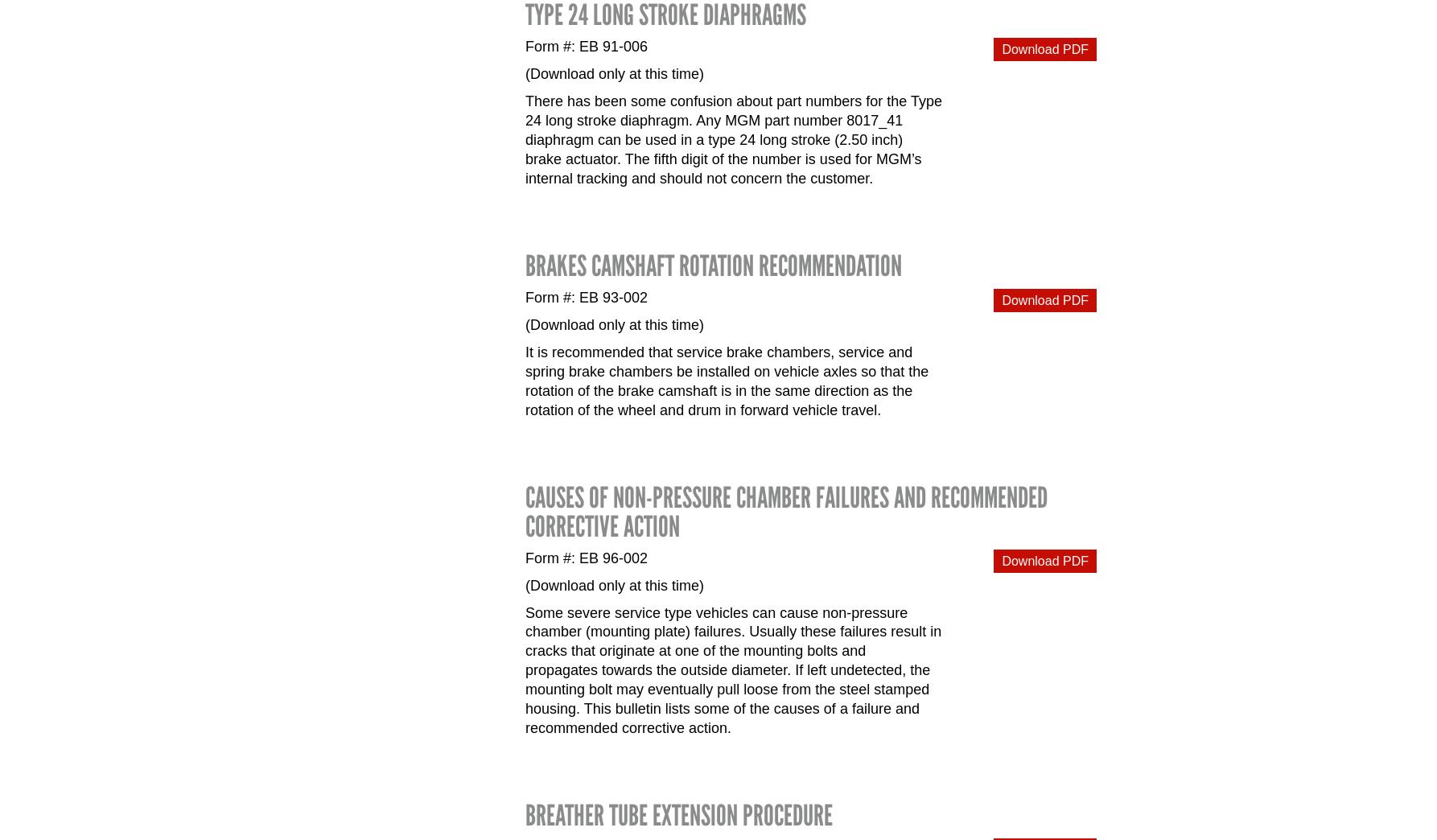 This screenshot has height=840, width=1437. I want to click on 'Download PDF', so click(1044, 47).